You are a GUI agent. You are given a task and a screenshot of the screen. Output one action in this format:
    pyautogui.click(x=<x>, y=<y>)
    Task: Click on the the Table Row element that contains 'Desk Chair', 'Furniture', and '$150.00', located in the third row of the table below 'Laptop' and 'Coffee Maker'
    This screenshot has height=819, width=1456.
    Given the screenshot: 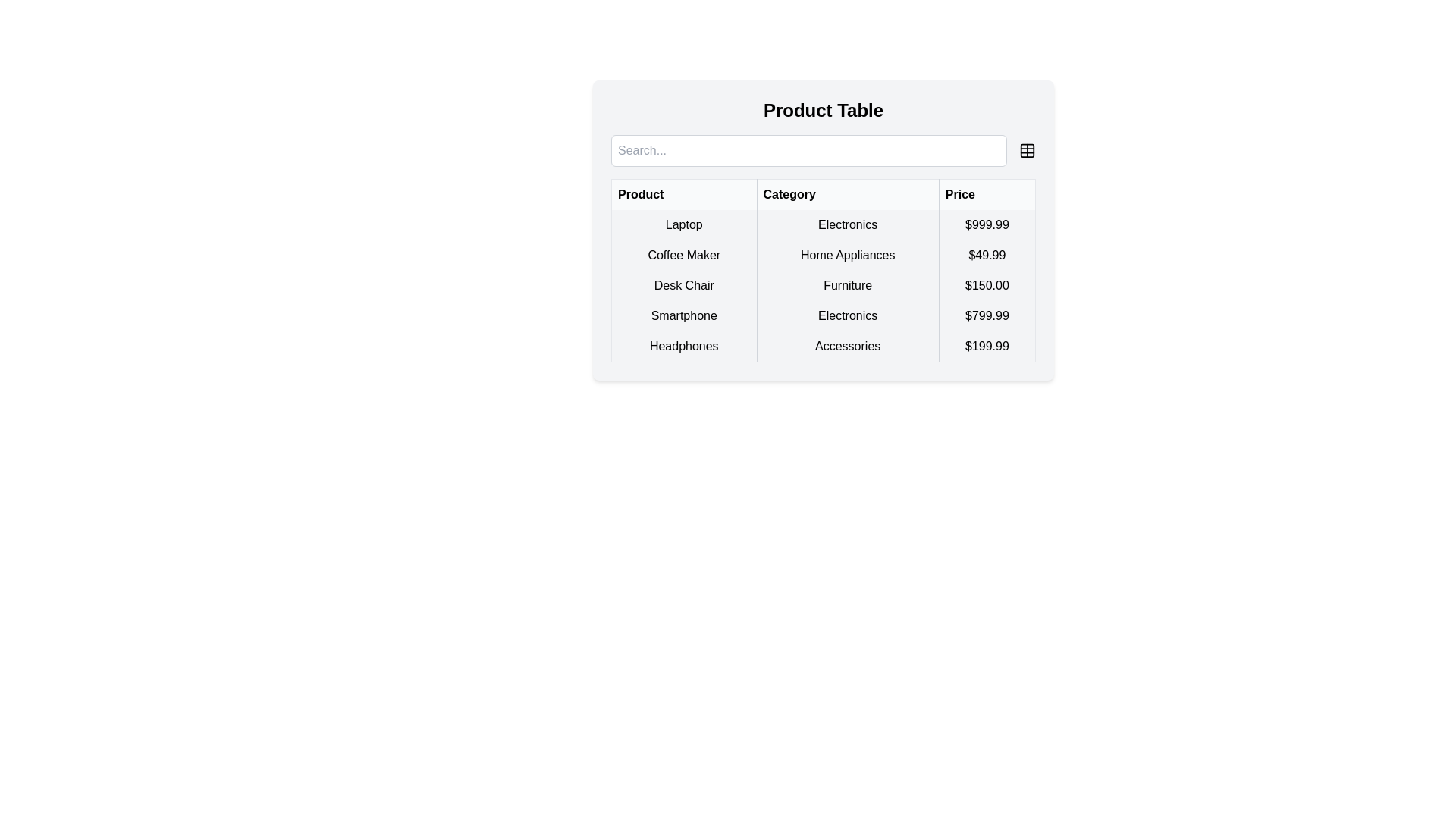 What is the action you would take?
    pyautogui.click(x=822, y=286)
    